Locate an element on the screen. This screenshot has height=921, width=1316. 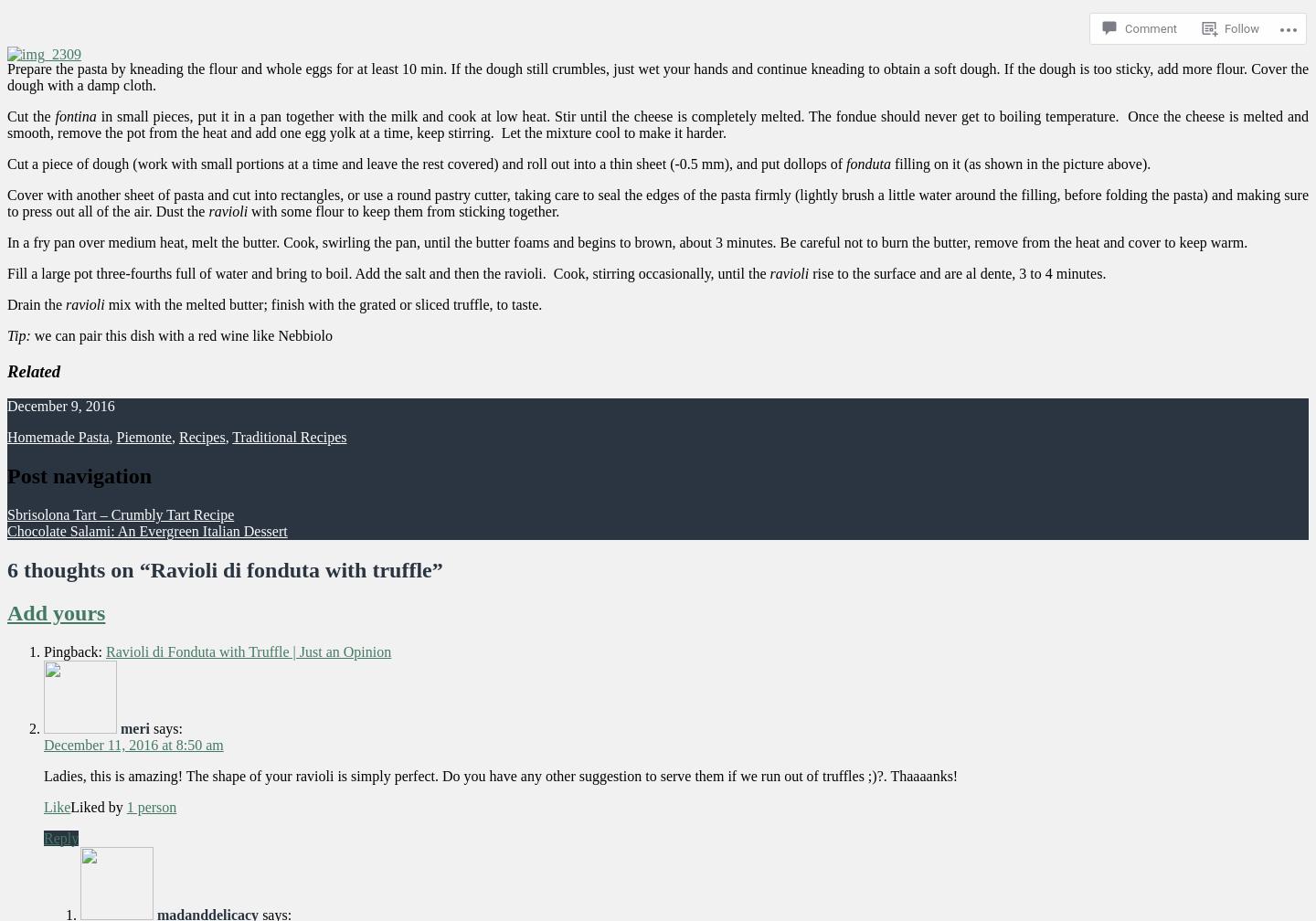
'Tip:' is located at coordinates (6, 334).